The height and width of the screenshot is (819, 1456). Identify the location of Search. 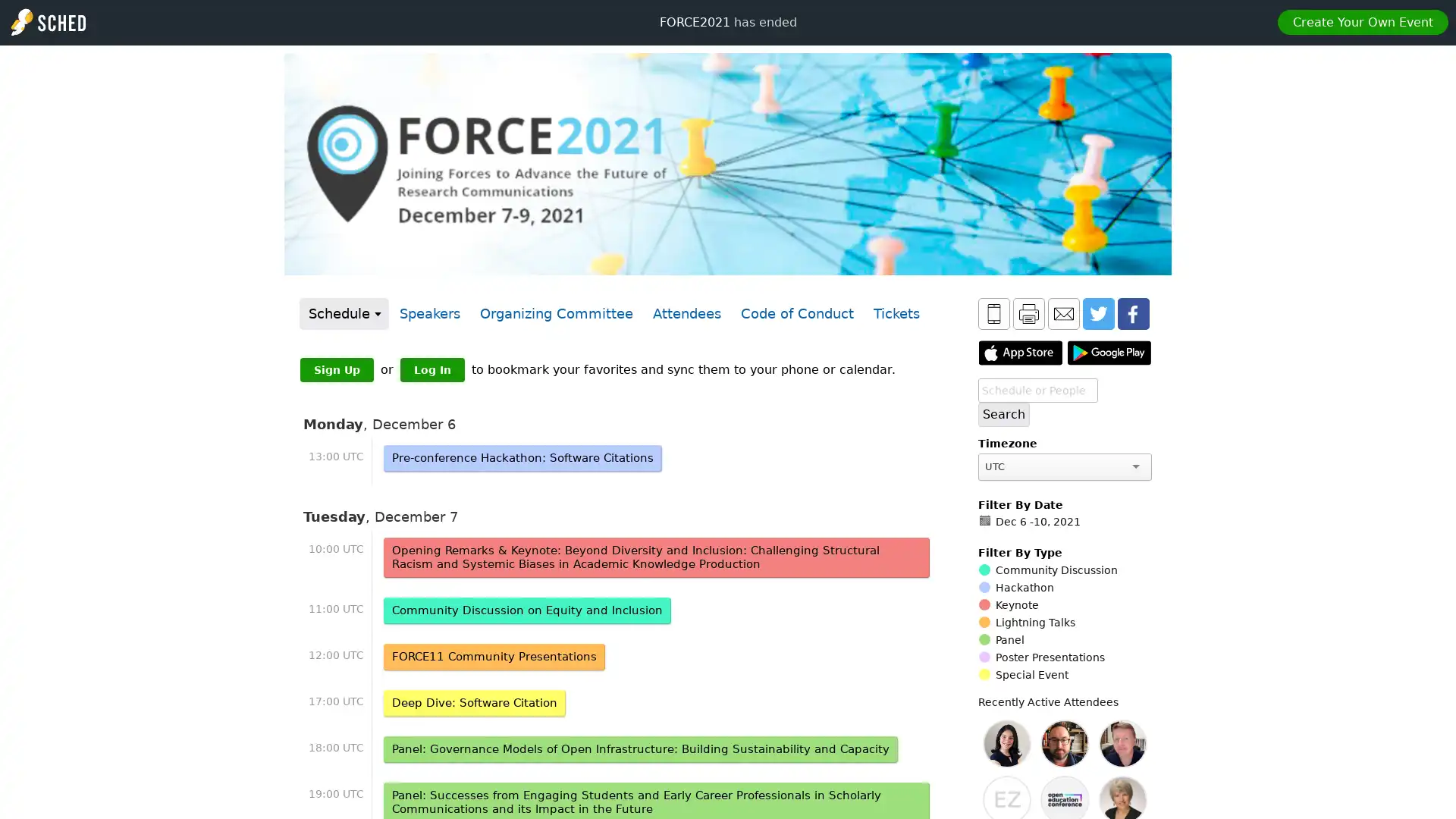
(1004, 415).